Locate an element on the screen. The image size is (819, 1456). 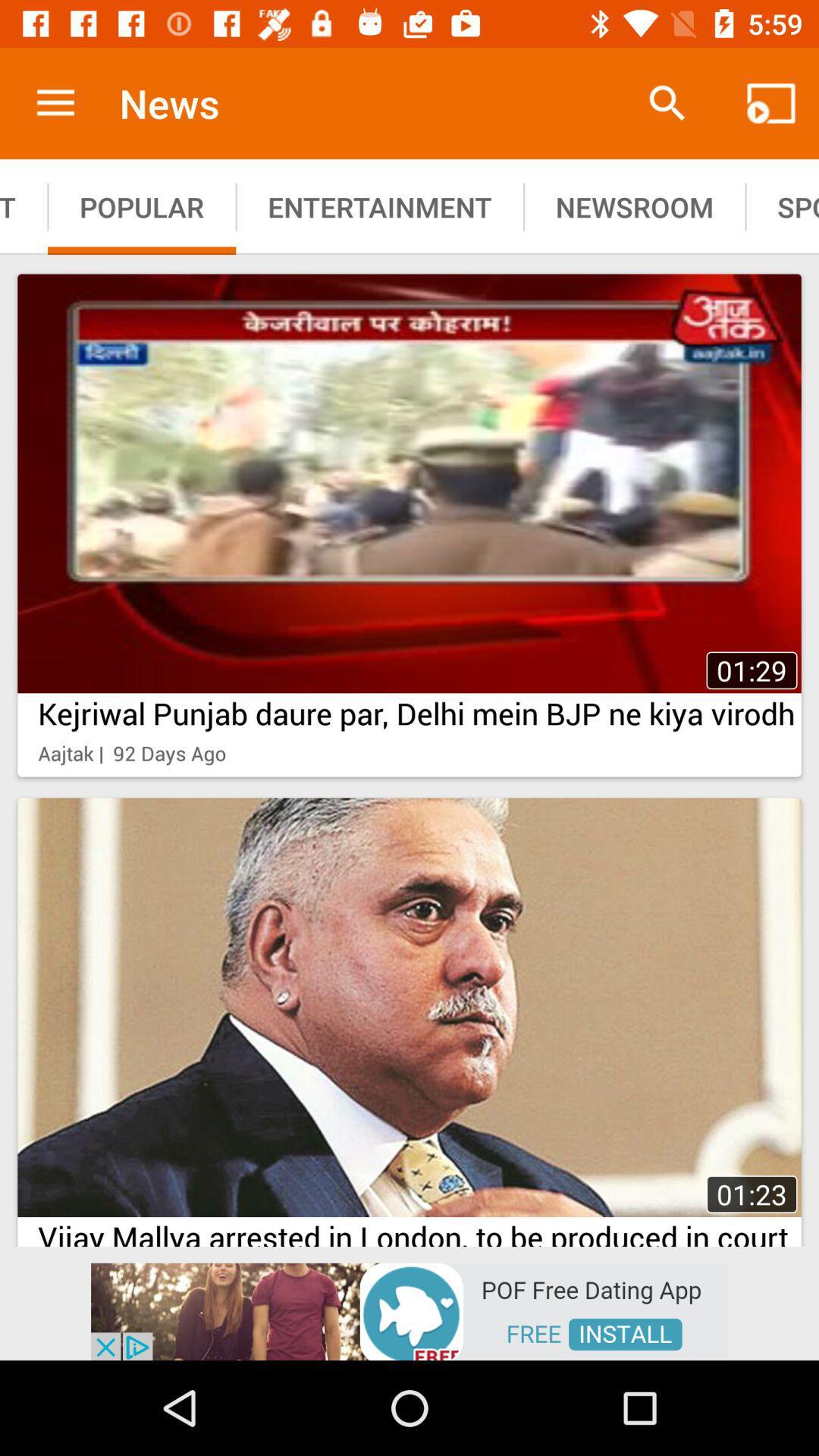
the first video is located at coordinates (409, 483).